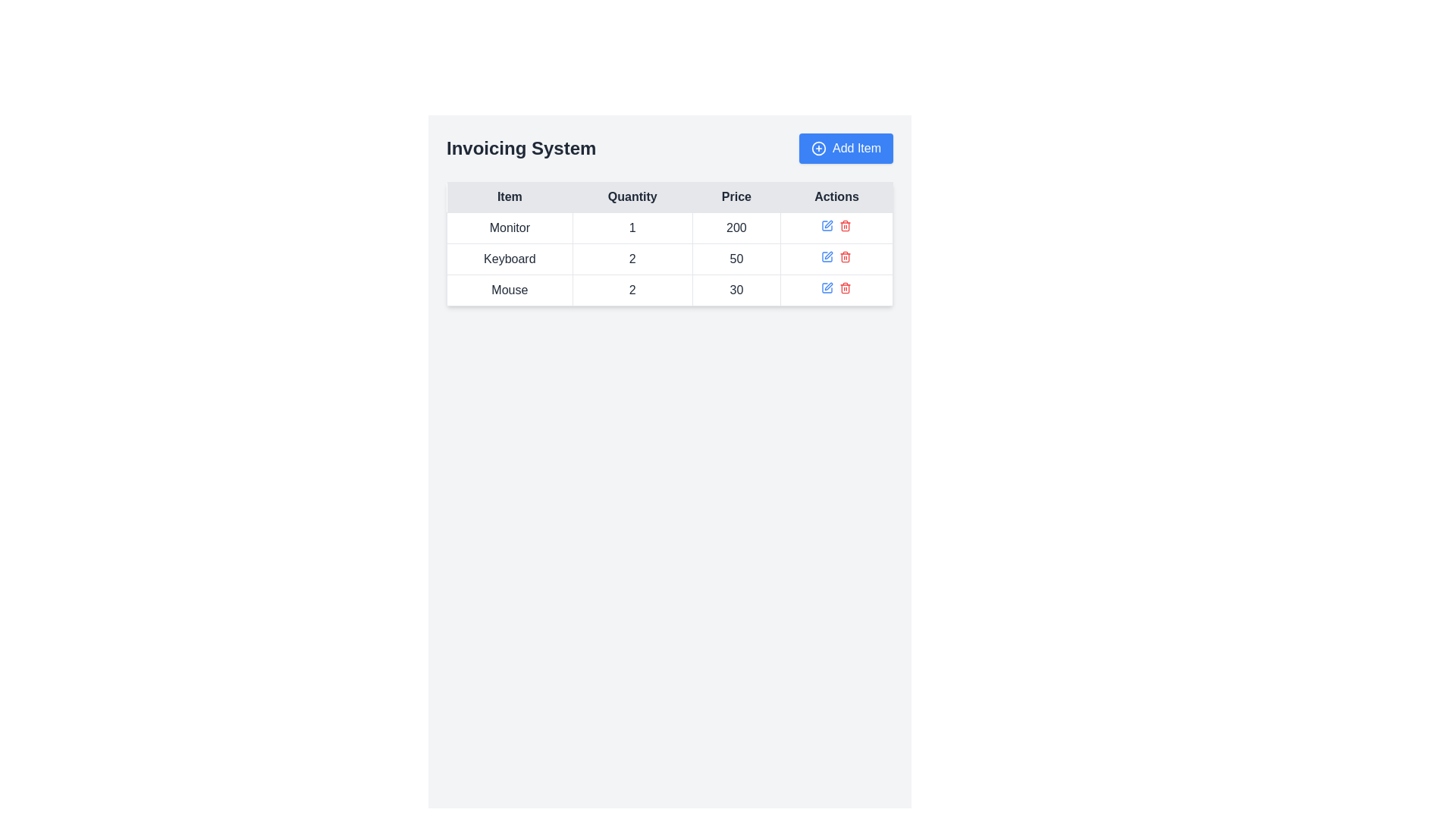 The height and width of the screenshot is (819, 1456). I want to click on the text node displaying the number '50' in the third column of the second row of a table, which is styled with a bordered box and aligns with adjacent cells, so click(736, 259).